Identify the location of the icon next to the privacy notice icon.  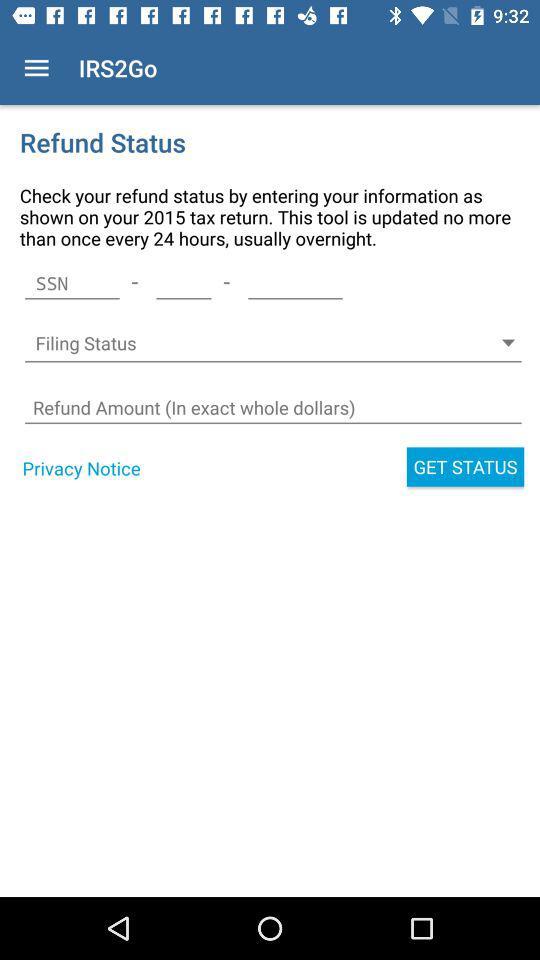
(465, 467).